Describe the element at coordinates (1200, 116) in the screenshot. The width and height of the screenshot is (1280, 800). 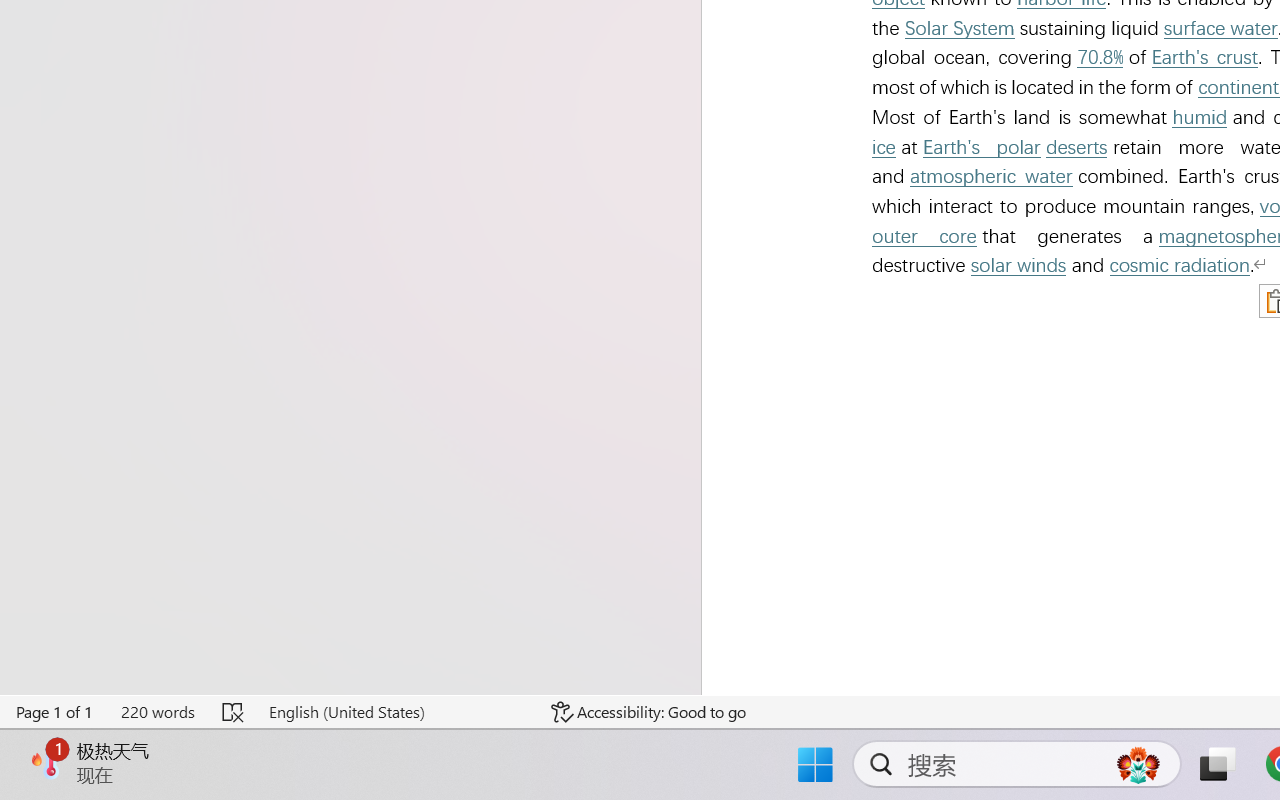
I see `'humid'` at that location.